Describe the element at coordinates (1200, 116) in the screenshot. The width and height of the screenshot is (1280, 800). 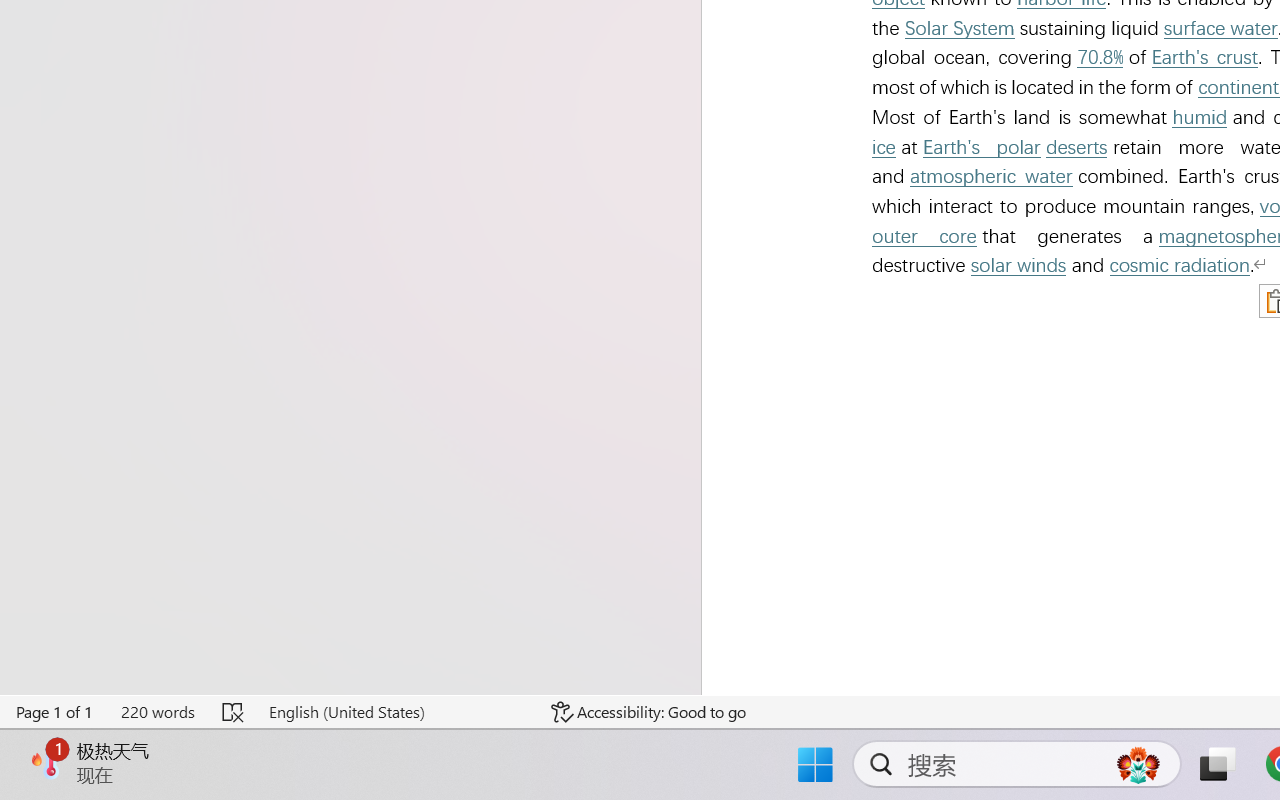
I see `'humid'` at that location.